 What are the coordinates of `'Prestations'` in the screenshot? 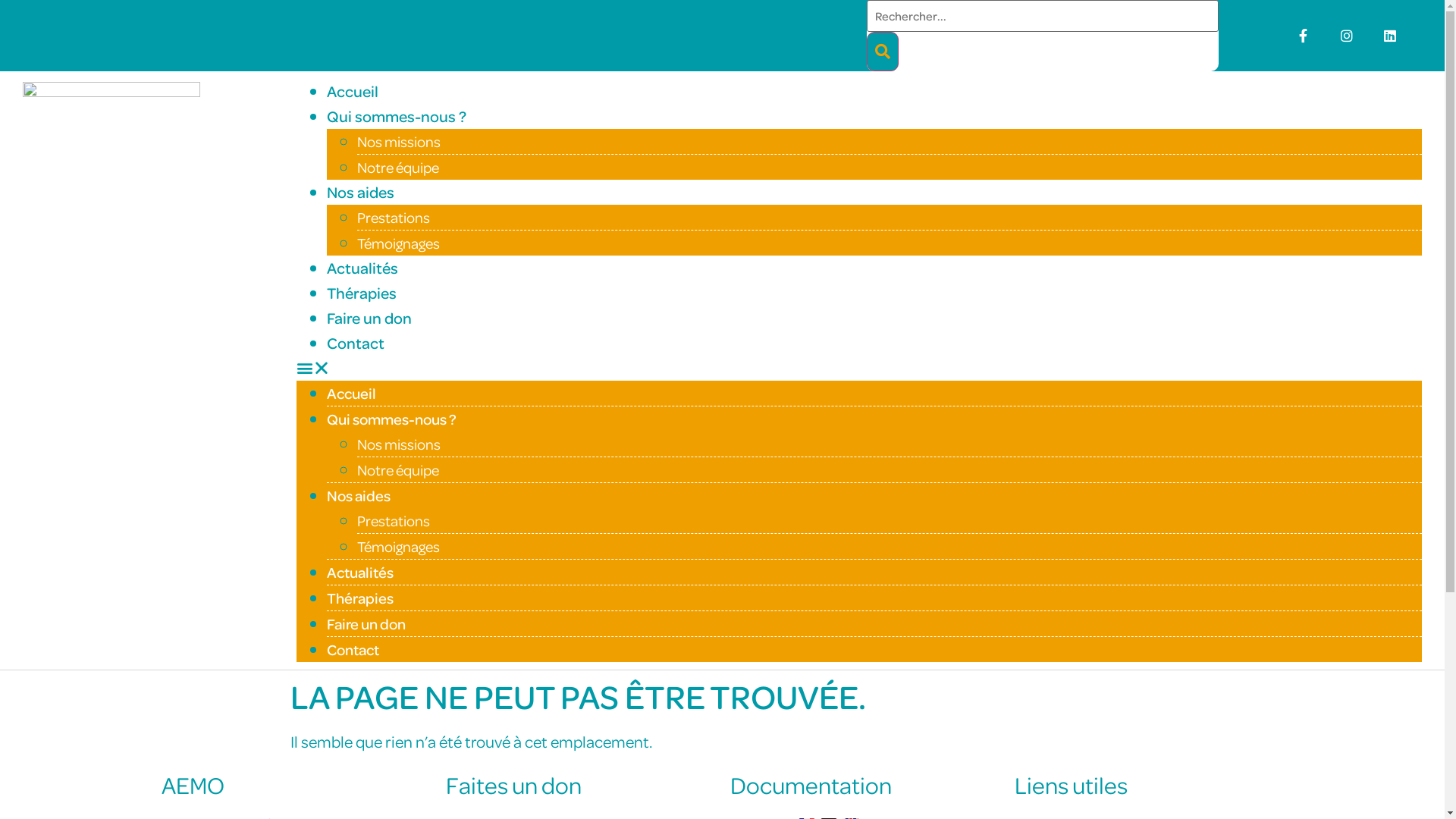 It's located at (393, 519).